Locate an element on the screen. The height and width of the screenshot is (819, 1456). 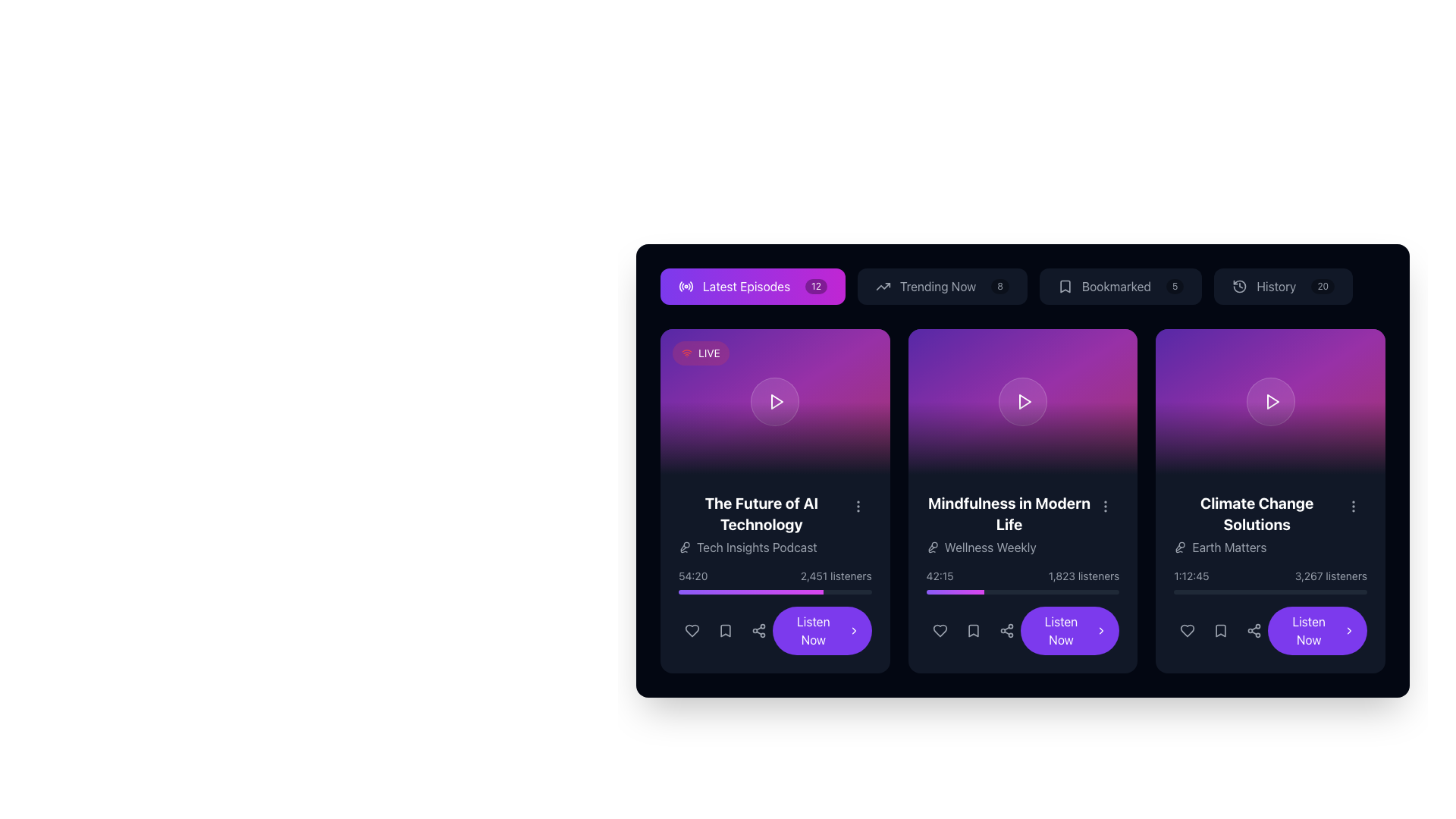
the 'History' button located in the top navigation bar, which is the fourth button in the sequence after 'Latest Episodes', 'Trending Now', and 'Bookmarked' is located at coordinates (1282, 287).